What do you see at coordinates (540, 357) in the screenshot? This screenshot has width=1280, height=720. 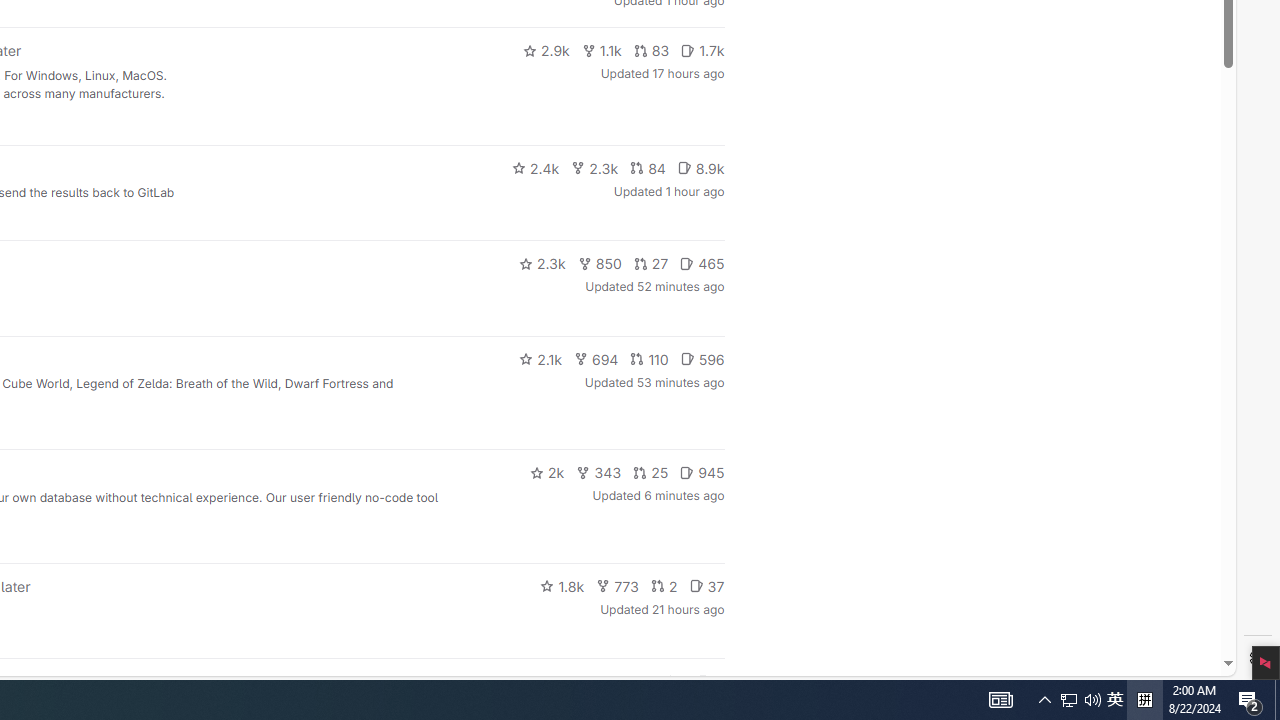 I see `'2.1k'` at bounding box center [540, 357].